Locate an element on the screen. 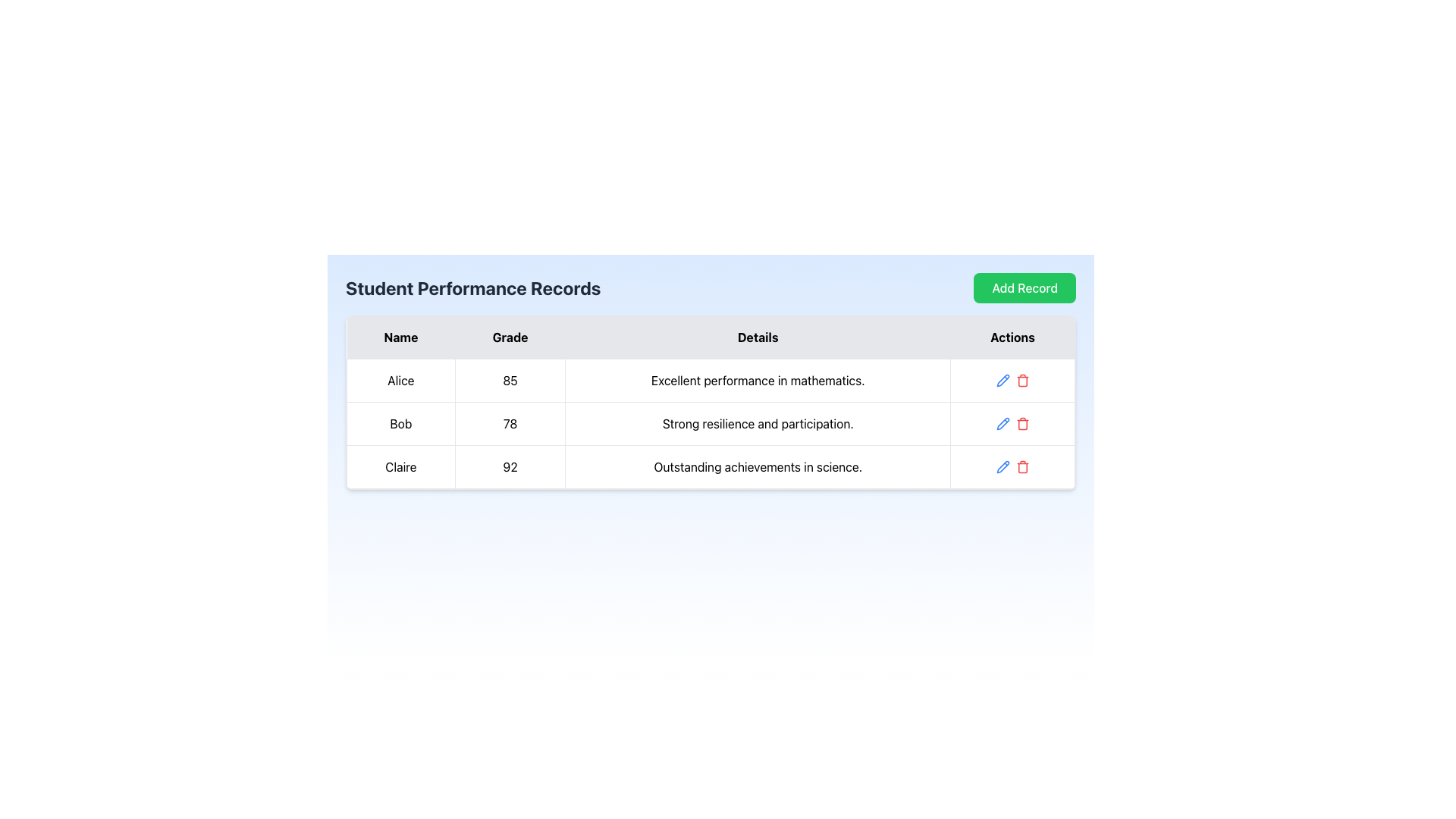 The image size is (1456, 819). the static text displaying 'Excellent performance in mathematics.' located in the 'Details' column of the table, corresponding to 'Alice' with a grade of '85.' is located at coordinates (758, 379).